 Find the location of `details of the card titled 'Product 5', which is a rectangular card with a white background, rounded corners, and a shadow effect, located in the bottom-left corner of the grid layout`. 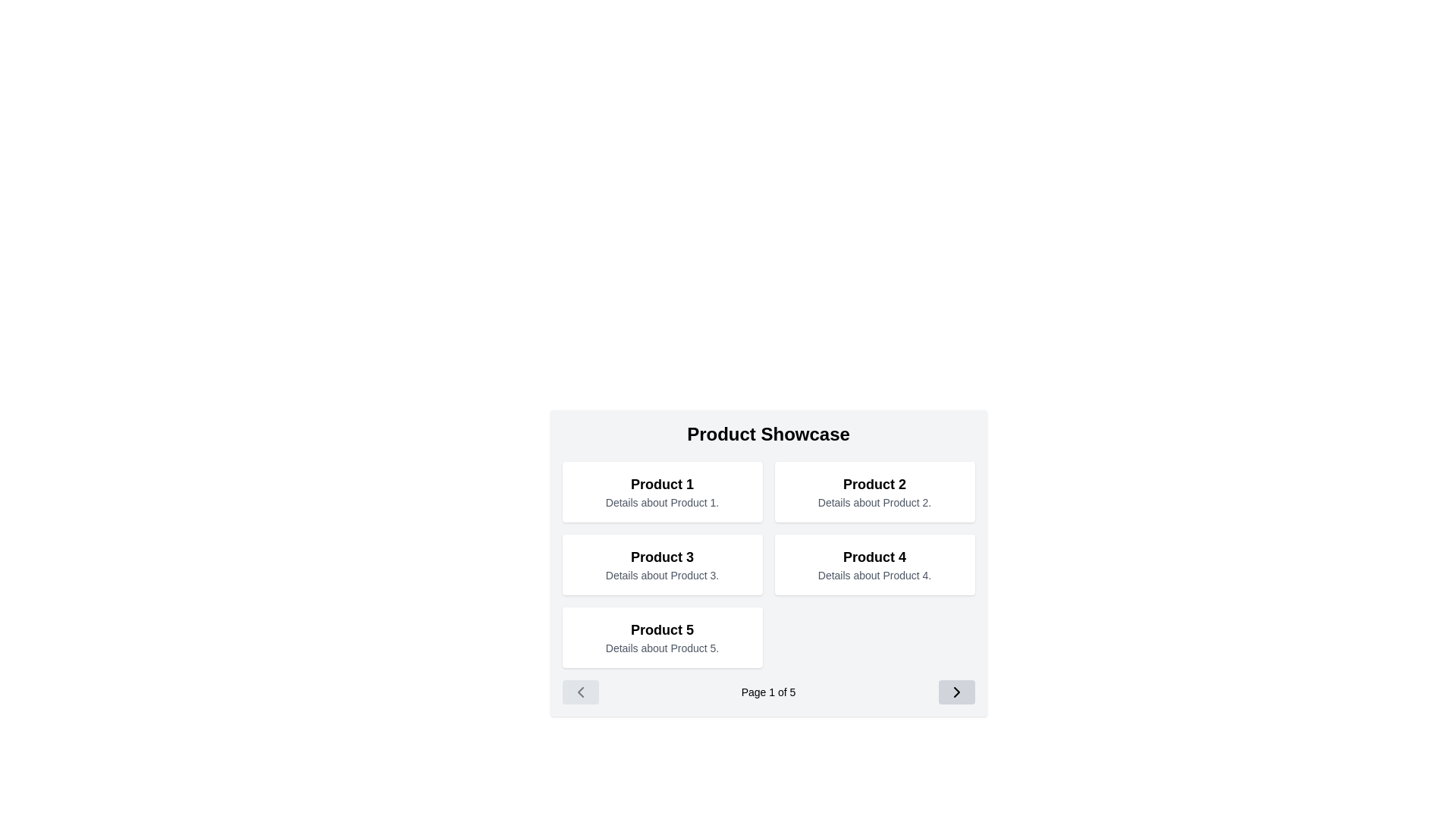

details of the card titled 'Product 5', which is a rectangular card with a white background, rounded corners, and a shadow effect, located in the bottom-left corner of the grid layout is located at coordinates (662, 637).